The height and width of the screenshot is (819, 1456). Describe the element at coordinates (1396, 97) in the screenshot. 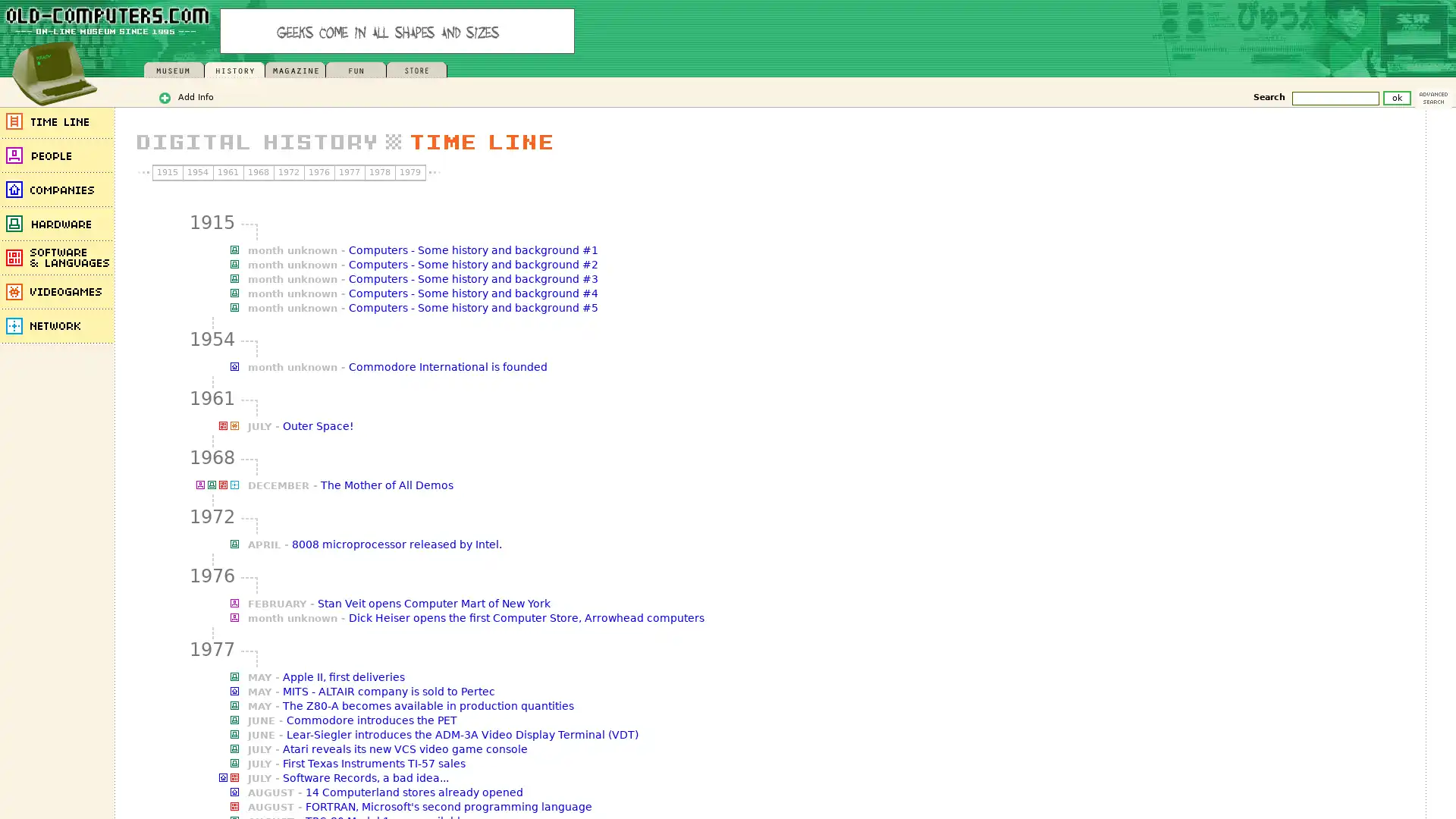

I see `ok` at that location.